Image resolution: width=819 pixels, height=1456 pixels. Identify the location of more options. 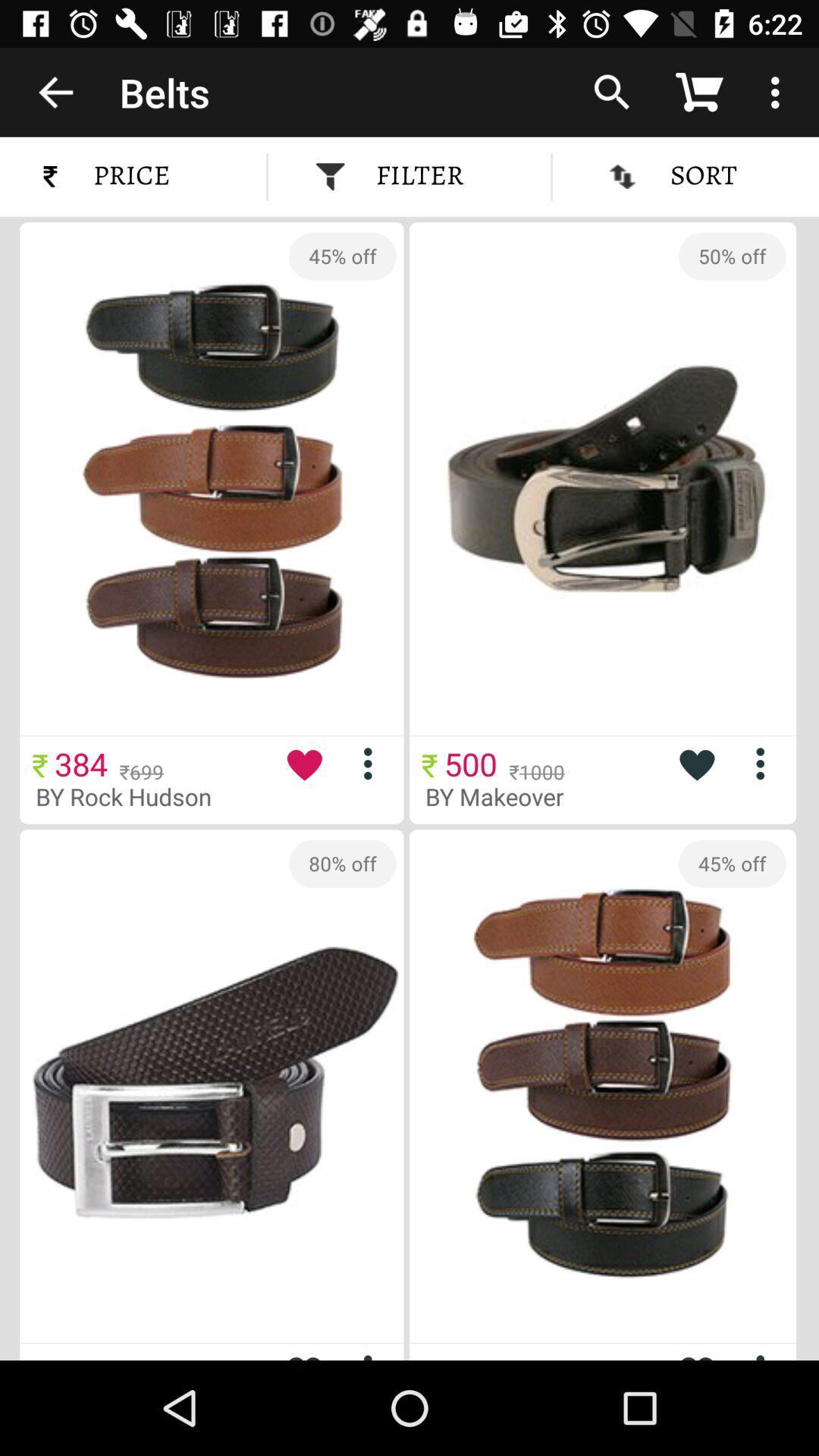
(304, 1351).